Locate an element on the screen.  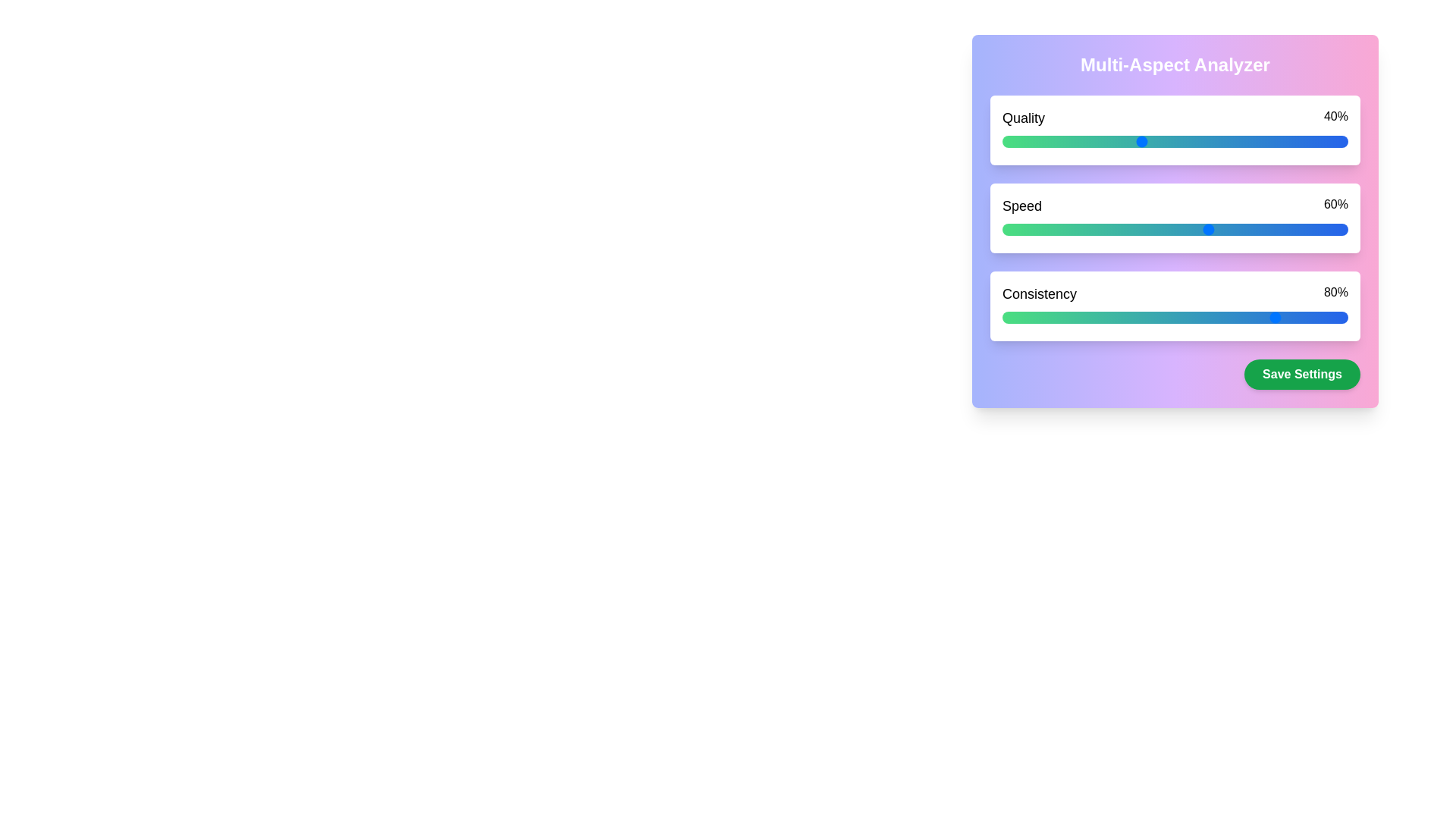
the Slider Component for the 'Speed' attribute, which is visually represented at 60% along a gradient scale and is located beneath the 'Quality' block in the 'Multi-Aspect Analyzer' section is located at coordinates (1175, 218).